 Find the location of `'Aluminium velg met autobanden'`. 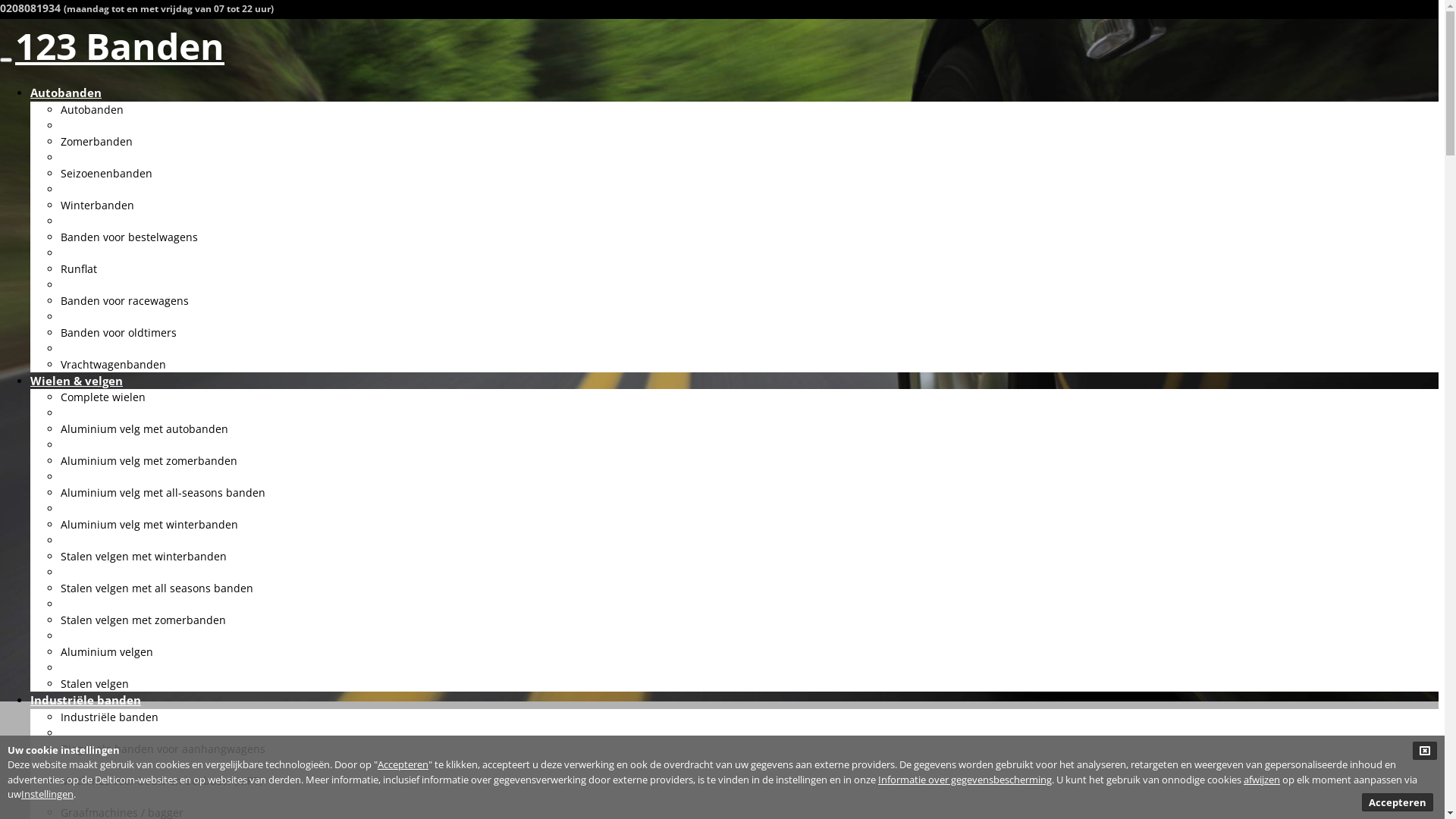

'Aluminium velg met autobanden' is located at coordinates (144, 428).